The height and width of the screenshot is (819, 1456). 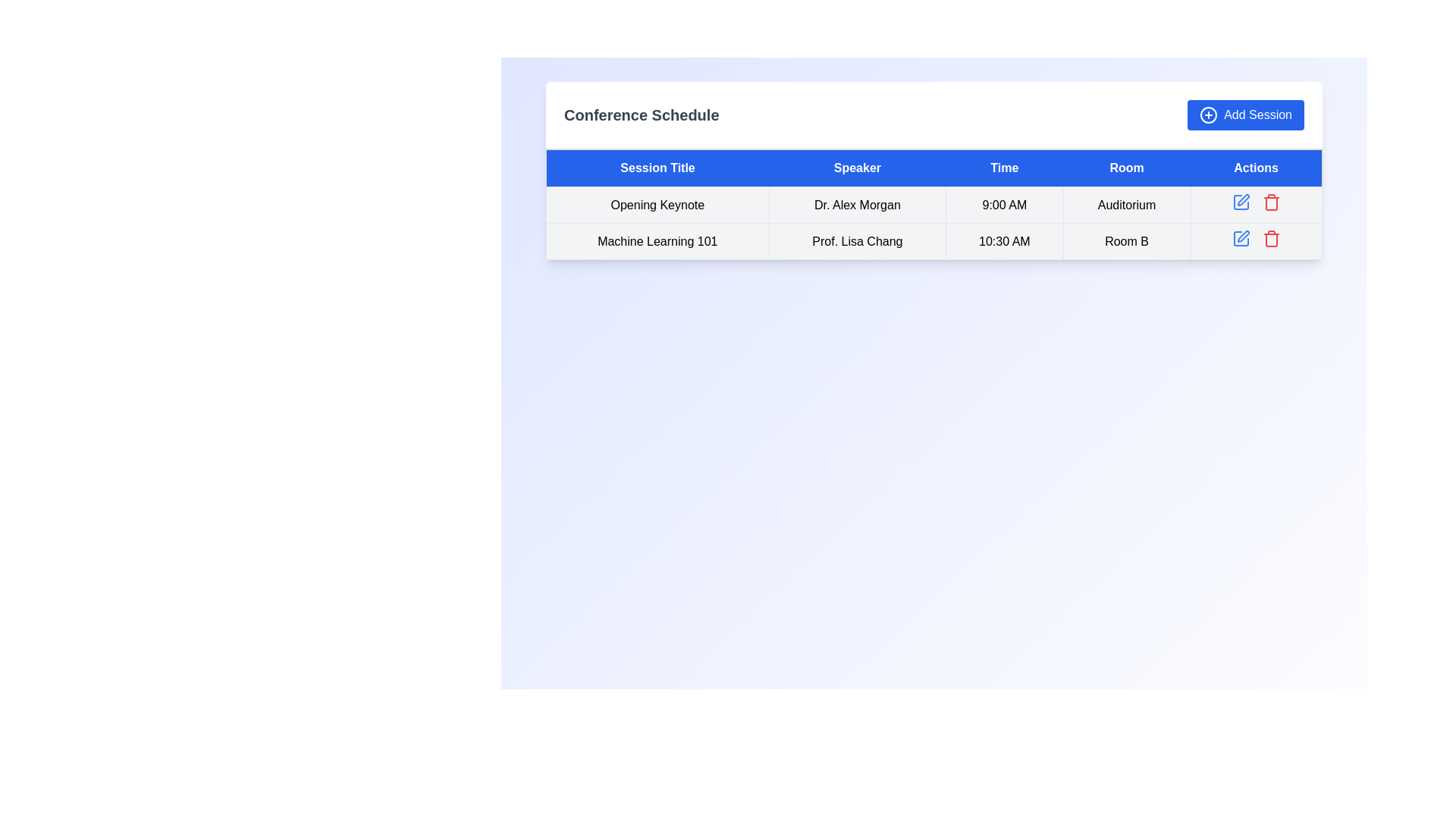 I want to click on the text label displaying '9:00 AM' which is styled with a gray border and is located in the third cell of the schedule table under the 'Time' header, so click(x=1004, y=205).